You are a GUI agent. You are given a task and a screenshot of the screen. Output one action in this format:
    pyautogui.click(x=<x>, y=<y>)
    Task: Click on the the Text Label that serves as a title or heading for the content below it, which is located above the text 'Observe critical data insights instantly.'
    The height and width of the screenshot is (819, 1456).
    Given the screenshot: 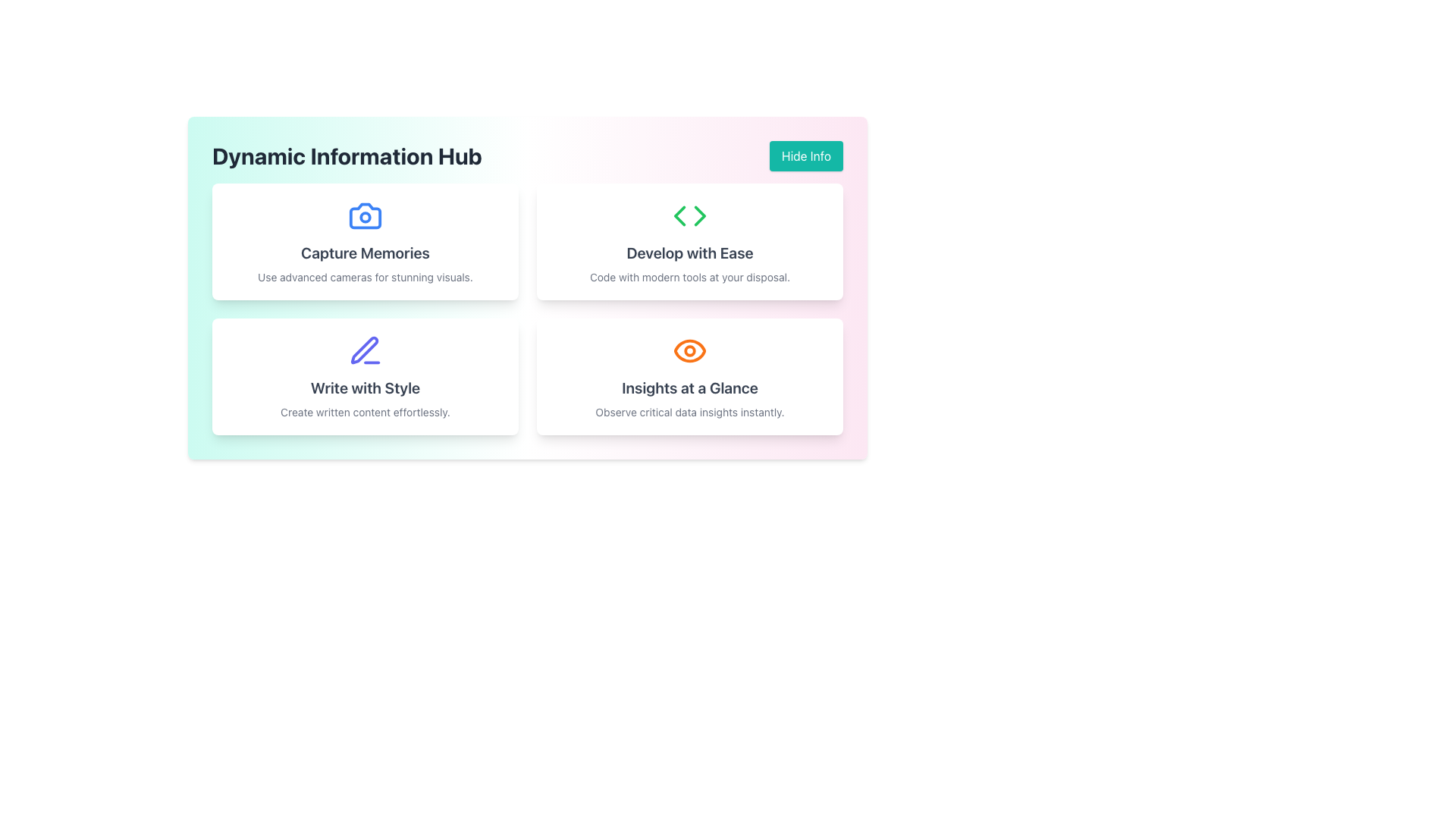 What is the action you would take?
    pyautogui.click(x=689, y=388)
    